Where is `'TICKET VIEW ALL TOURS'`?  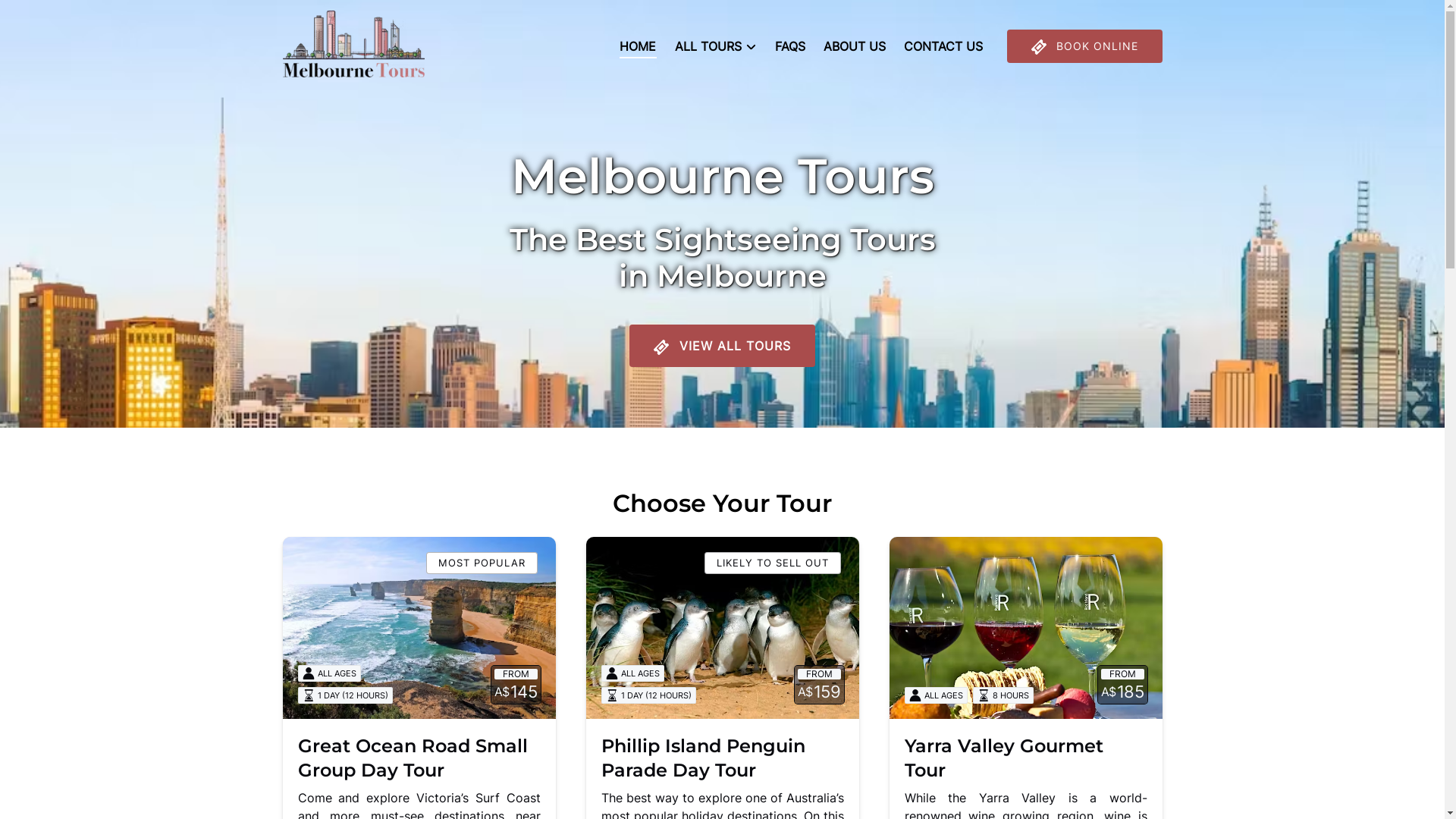
'TICKET VIEW ALL TOURS' is located at coordinates (629, 303).